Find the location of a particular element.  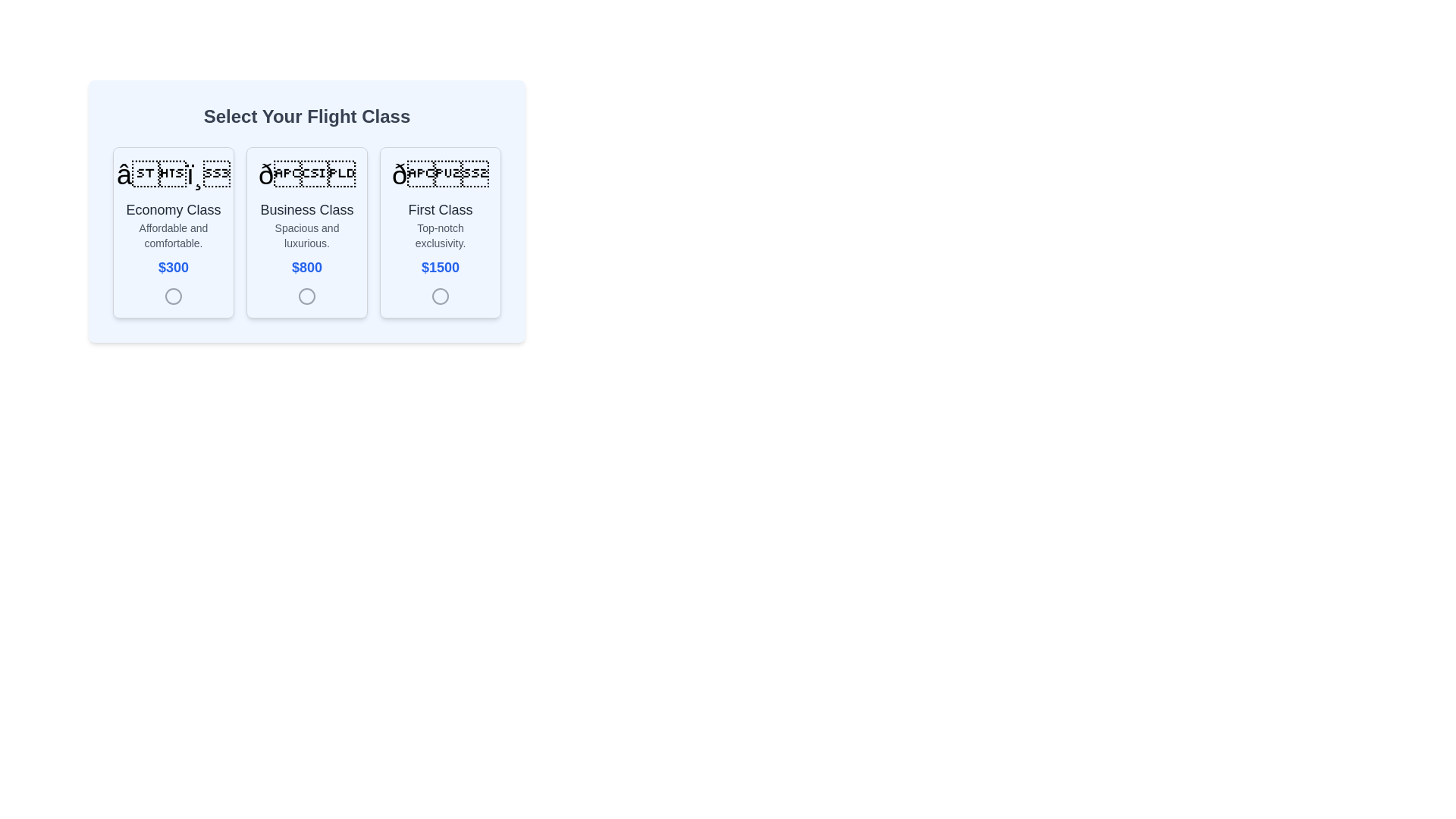

the static text label indicating the cost of the service or item related to the 'Economy Class' option, located at the bottom section of the card, between the description and the radio button is located at coordinates (174, 267).